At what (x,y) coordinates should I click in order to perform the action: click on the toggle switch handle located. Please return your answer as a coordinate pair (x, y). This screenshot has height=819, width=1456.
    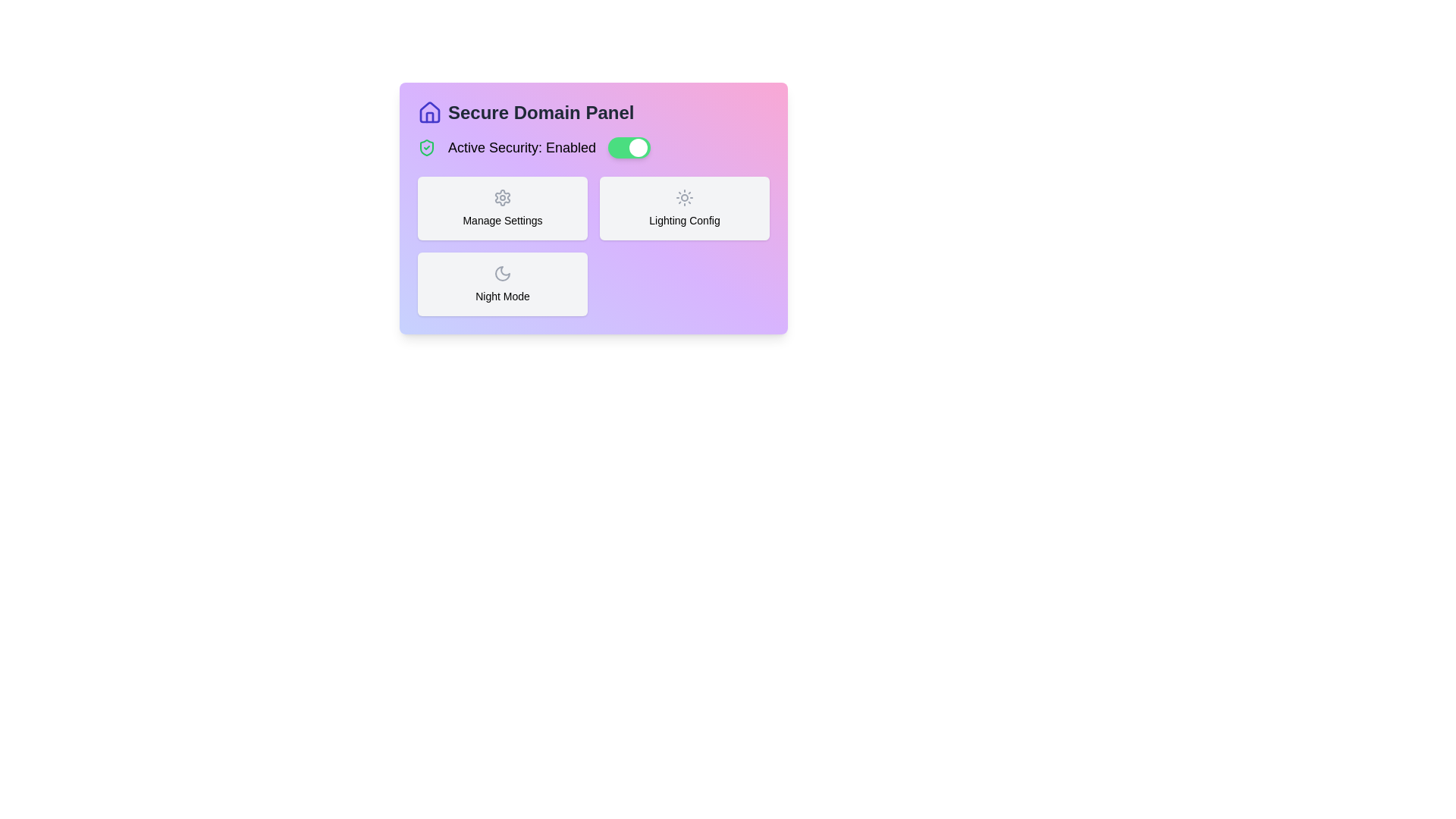
    Looking at the image, I should click on (639, 148).